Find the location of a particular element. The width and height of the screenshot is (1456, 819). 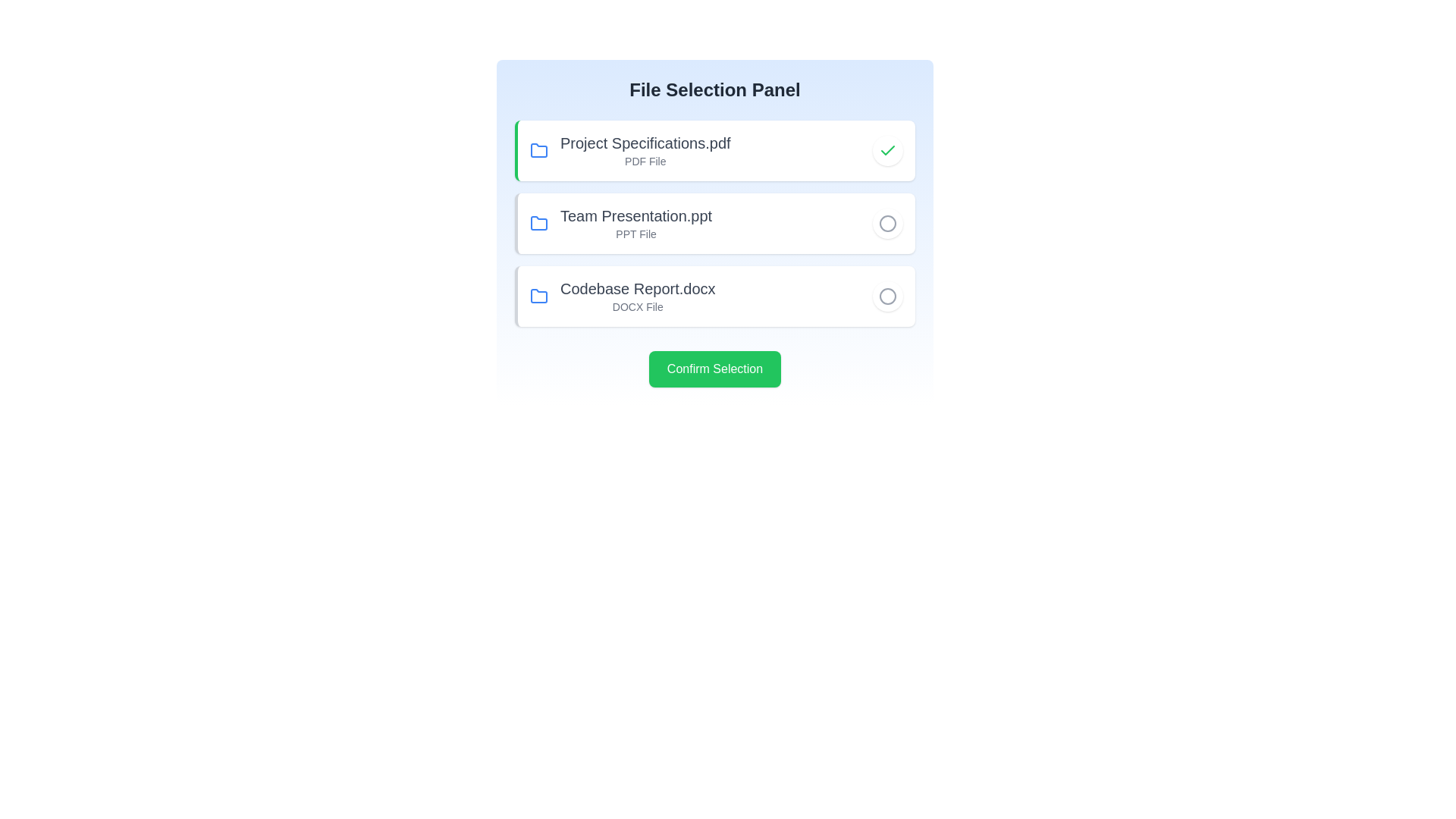

the file corresponding to Codebase Report.docx is located at coordinates (888, 296).